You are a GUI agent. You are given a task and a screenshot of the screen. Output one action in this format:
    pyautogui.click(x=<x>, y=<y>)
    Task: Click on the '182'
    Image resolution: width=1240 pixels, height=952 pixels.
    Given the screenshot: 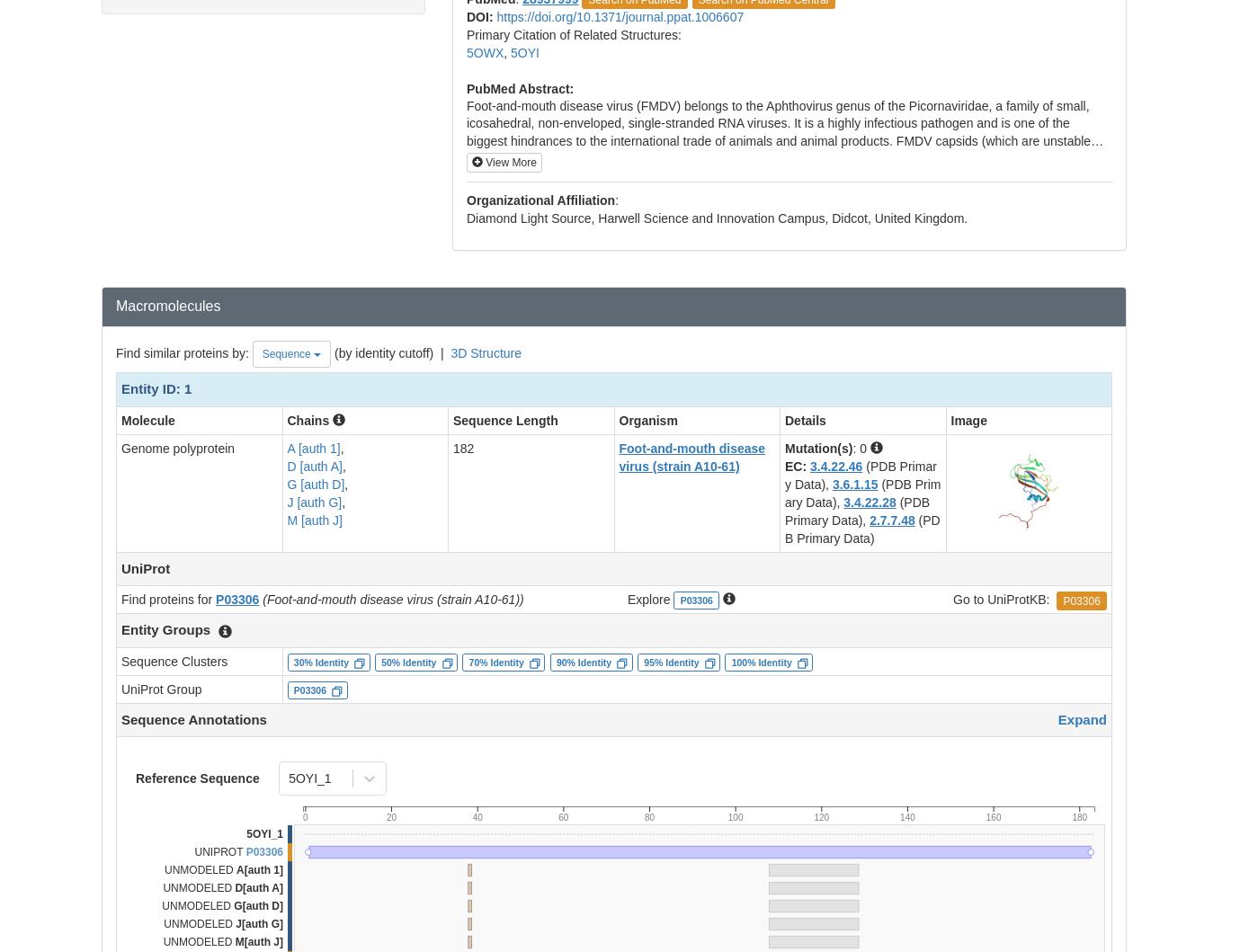 What is the action you would take?
    pyautogui.click(x=463, y=448)
    